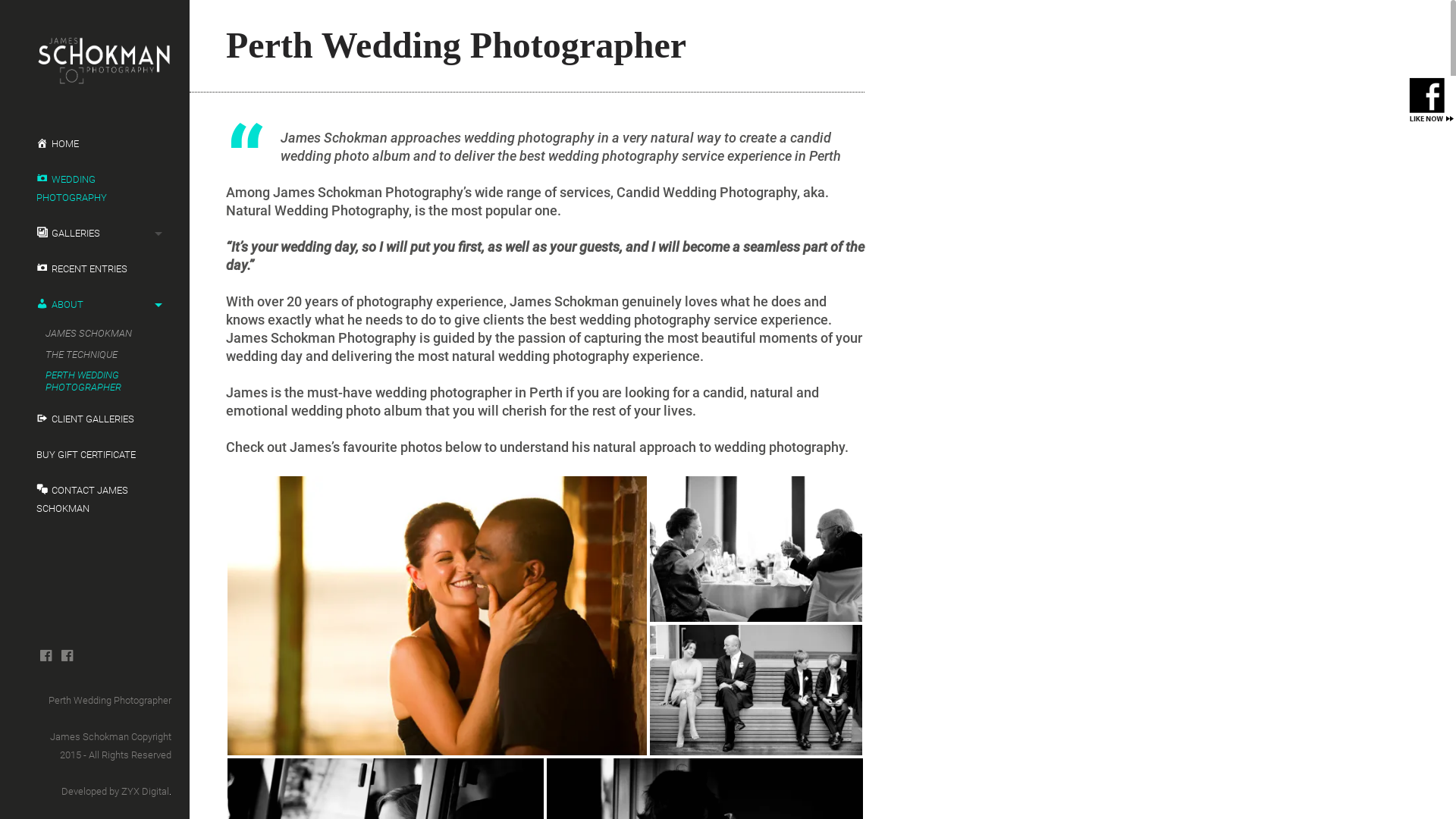 The width and height of the screenshot is (1456, 819). I want to click on 'RECENT ENTRIES', so click(93, 268).